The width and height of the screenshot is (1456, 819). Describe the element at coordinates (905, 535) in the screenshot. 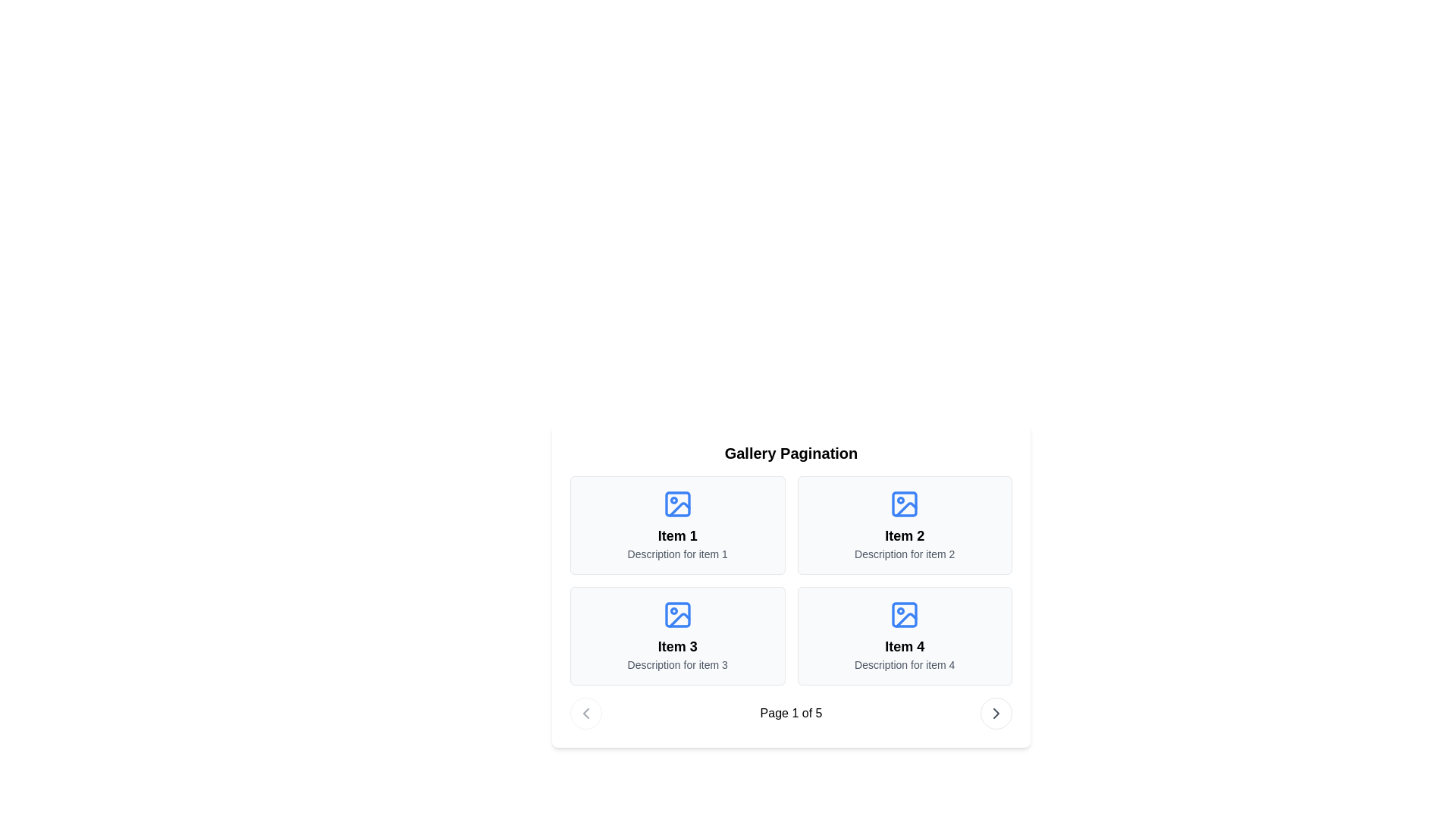

I see `the Text label that serves as a title or heading for the content block, positioned in the second position within a grid in the top row, directly above the 'Description for item 2' text and below an SVG icon component` at that location.